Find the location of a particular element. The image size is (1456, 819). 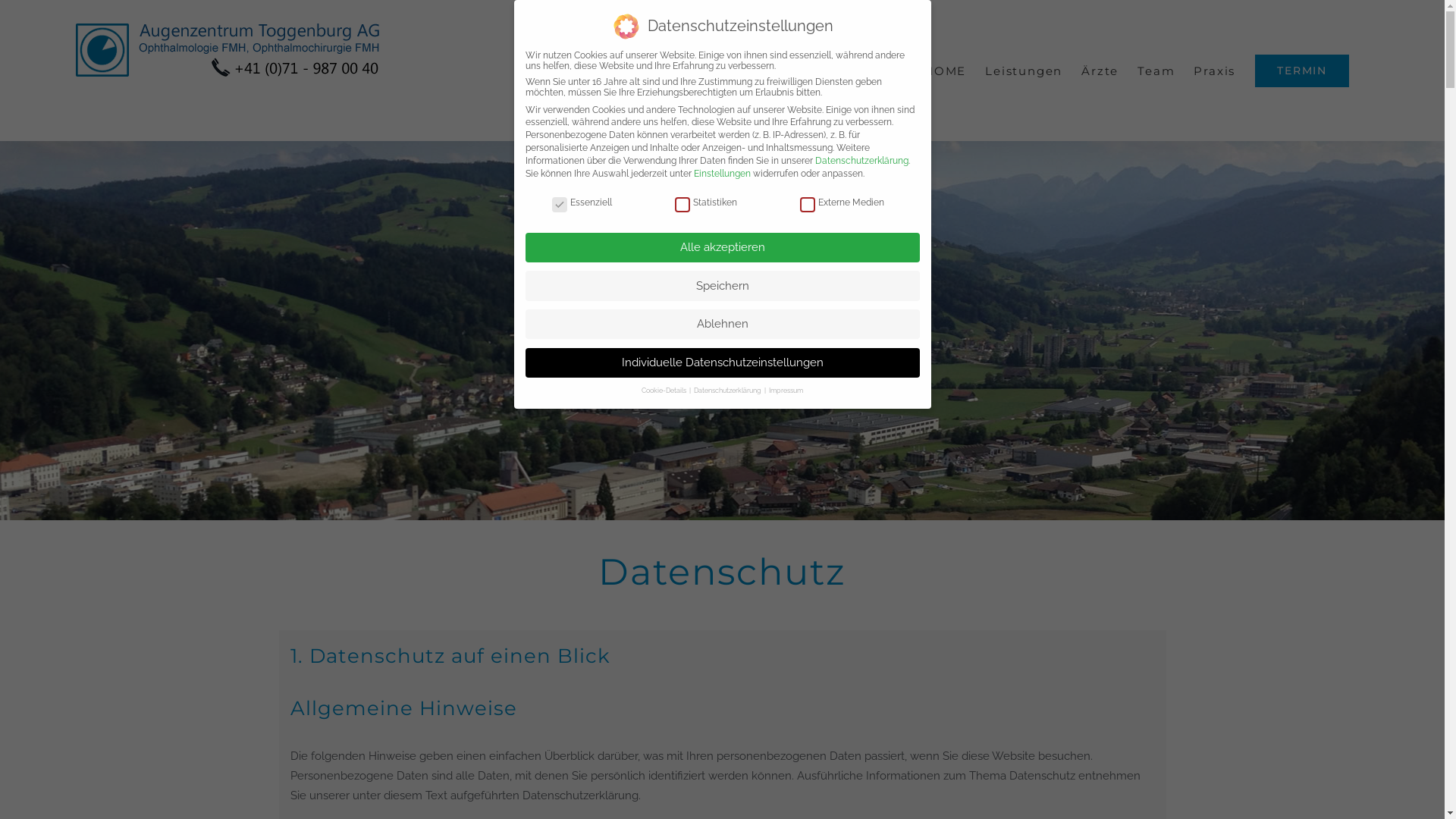

'TERMIN' is located at coordinates (1301, 70).